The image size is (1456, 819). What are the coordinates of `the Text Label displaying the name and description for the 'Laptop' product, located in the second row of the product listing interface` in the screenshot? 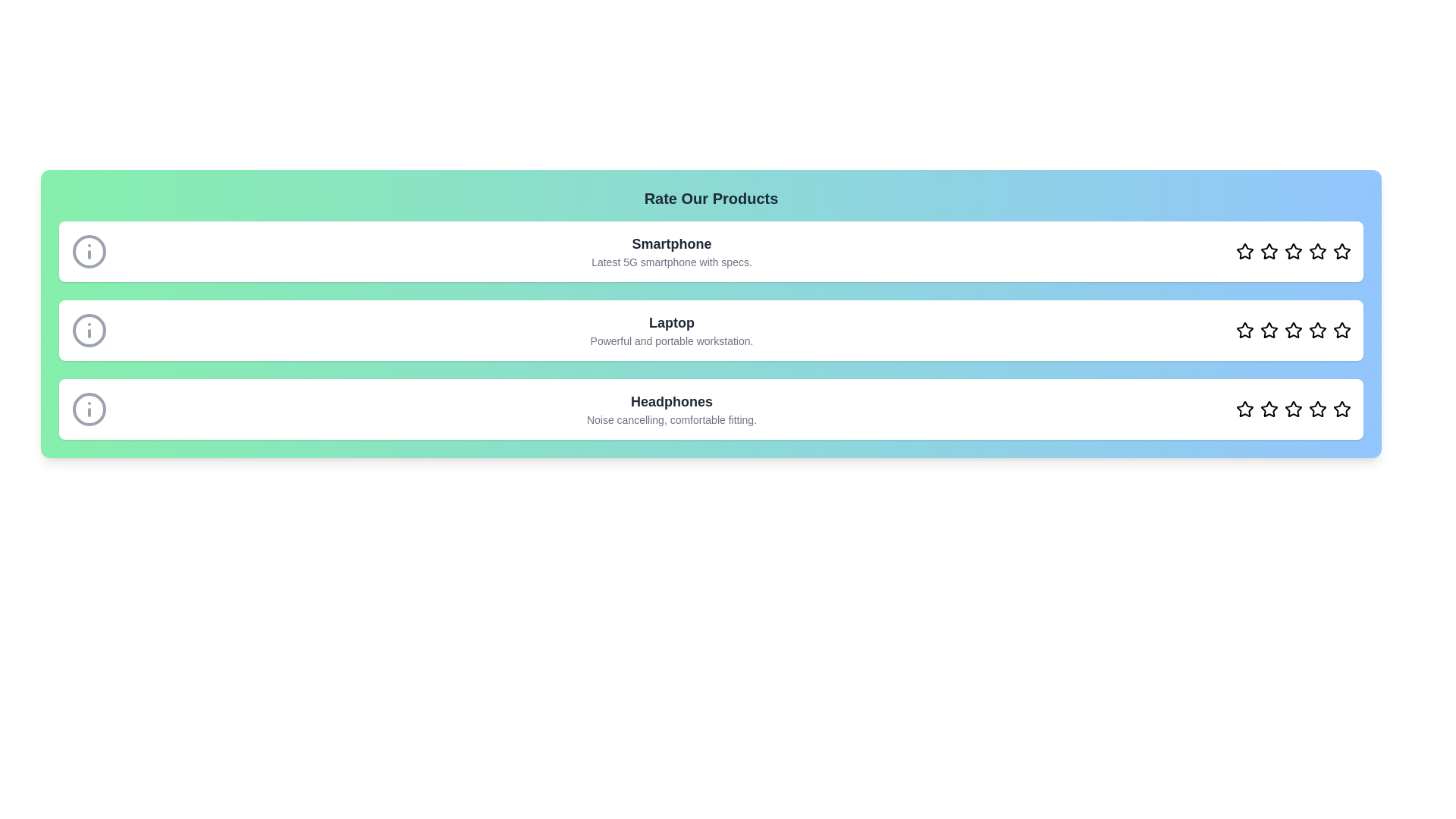 It's located at (671, 329).